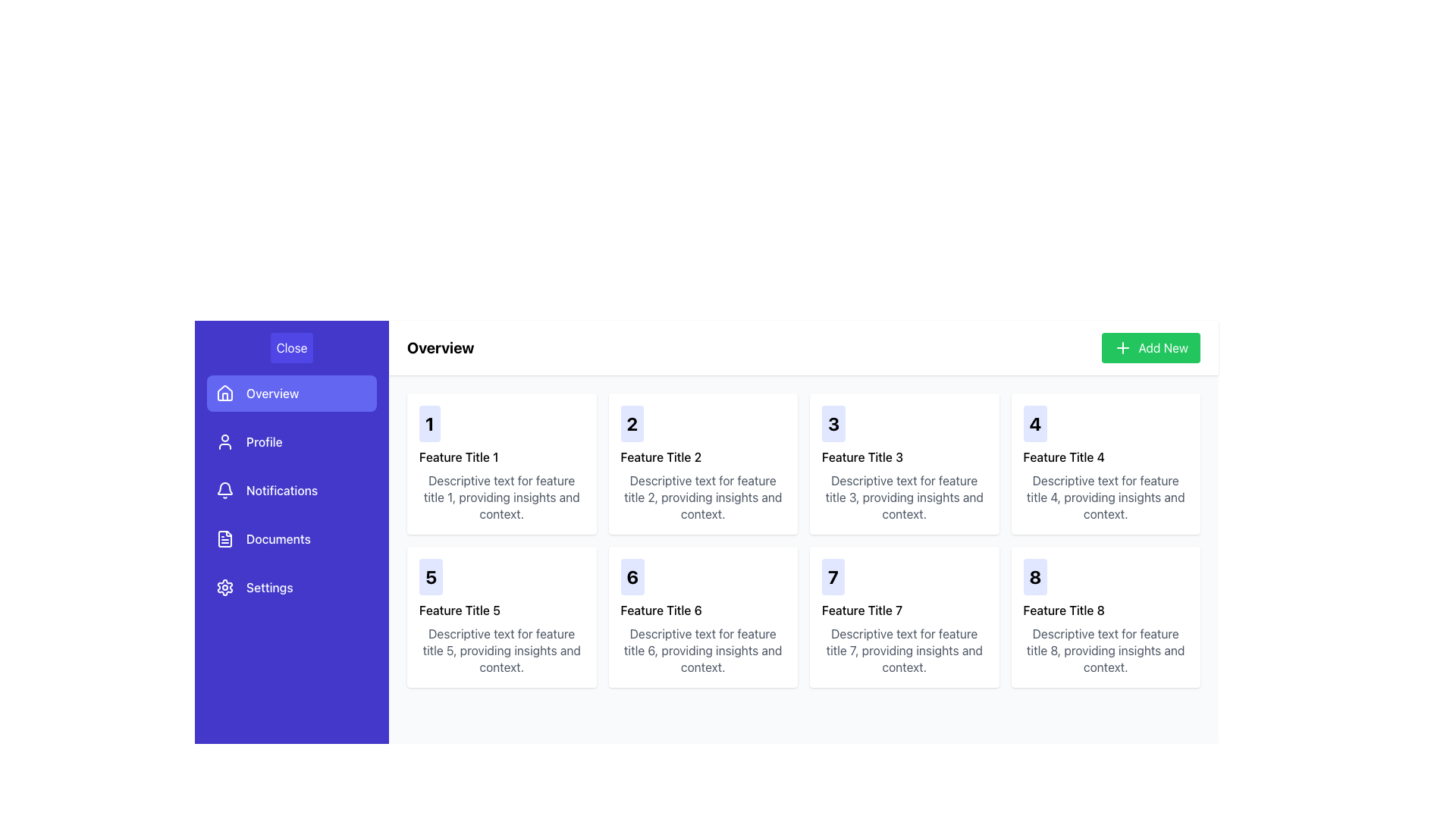  Describe the element at coordinates (501, 617) in the screenshot. I see `the Informational card displaying the number '5' in bold, titled 'Feature Title 5', located in the second row of the grid layout, first card from the left` at that location.